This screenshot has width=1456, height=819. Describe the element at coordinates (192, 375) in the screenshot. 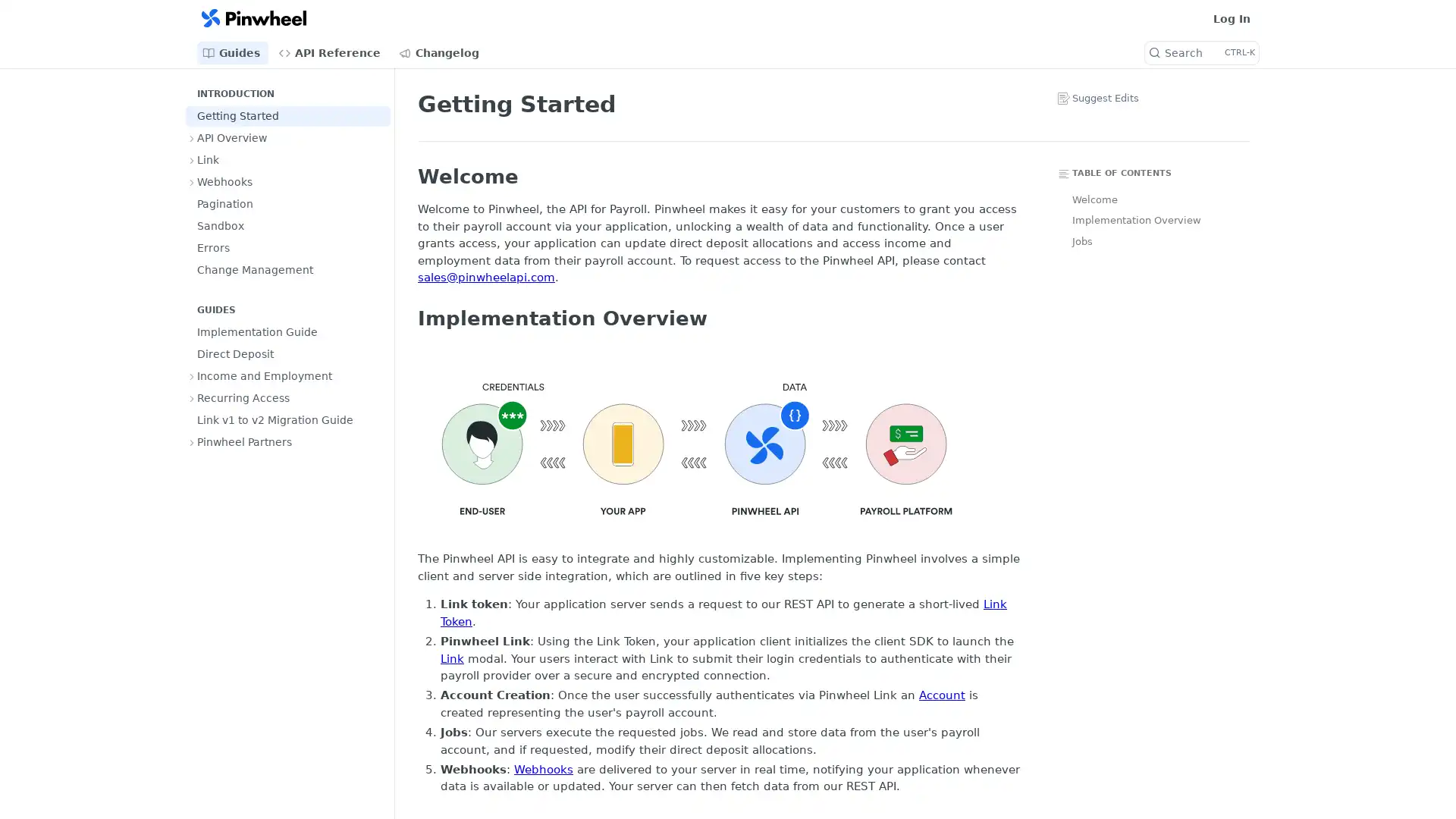

I see `Show subpages for Income and Employment` at that location.